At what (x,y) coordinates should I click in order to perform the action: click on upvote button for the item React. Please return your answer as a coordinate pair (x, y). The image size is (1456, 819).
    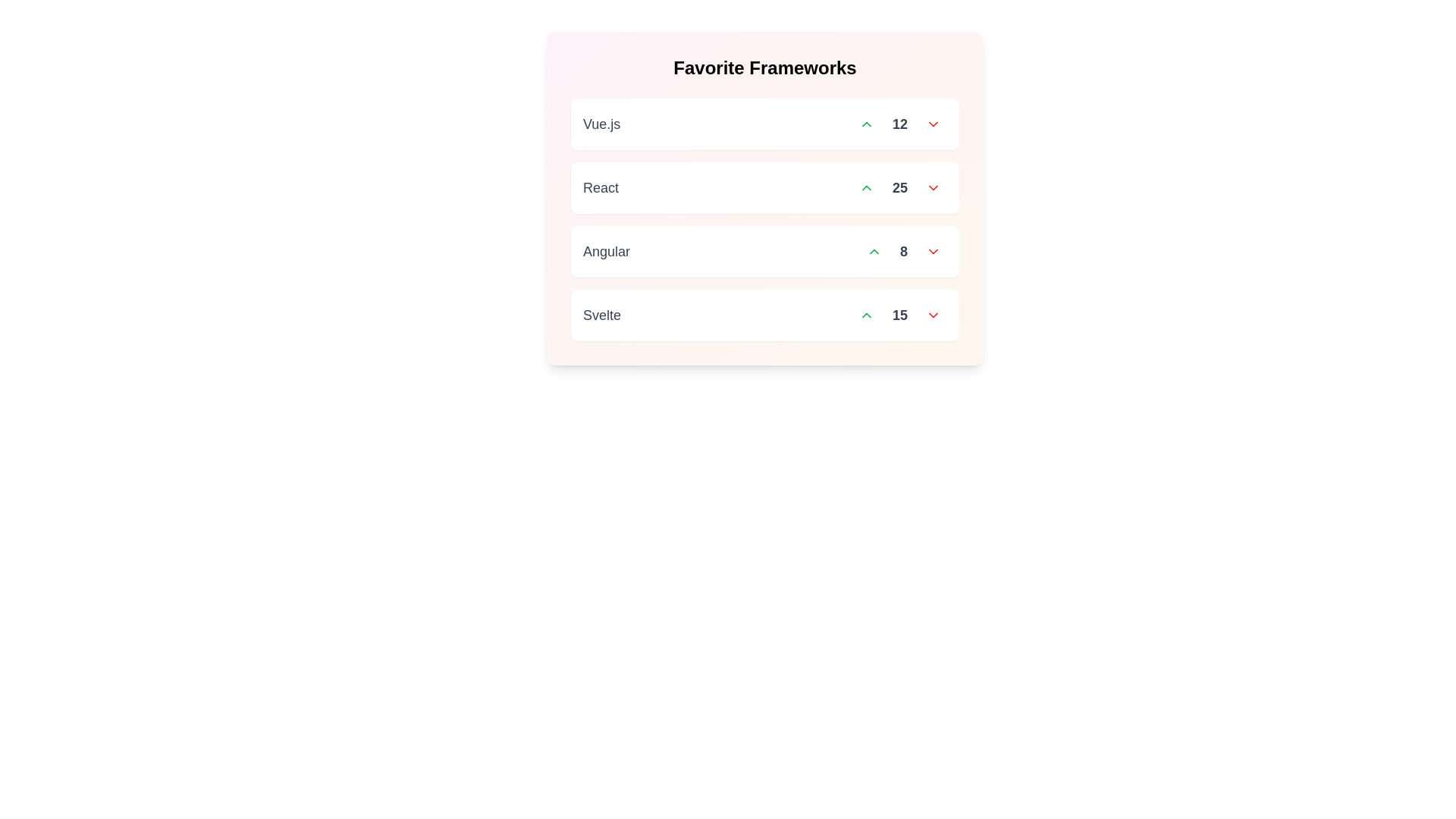
    Looking at the image, I should click on (866, 187).